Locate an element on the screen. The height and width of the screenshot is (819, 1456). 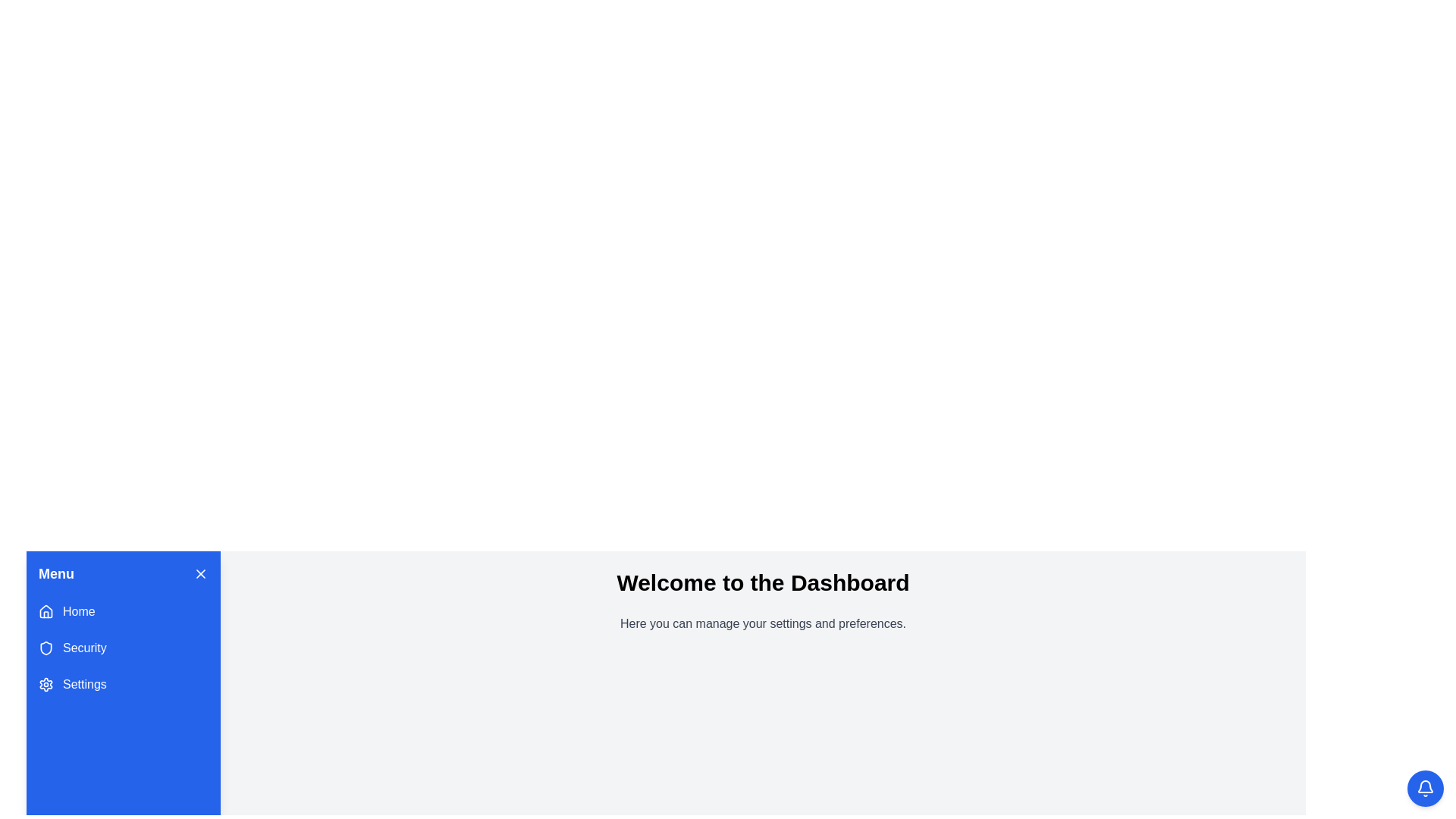
the small 'X' icon button is located at coordinates (199, 573).